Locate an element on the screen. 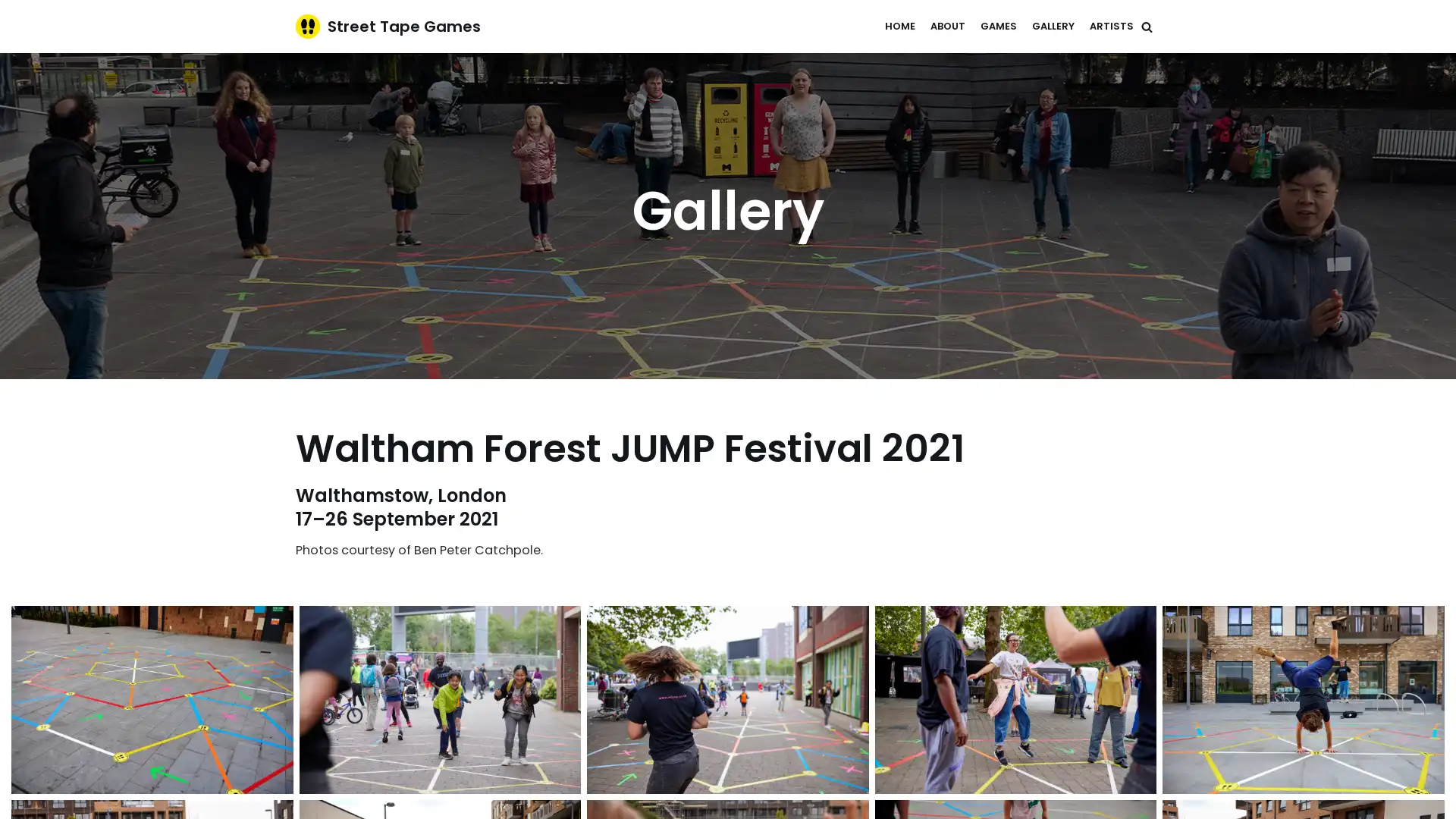  Search is located at coordinates (1147, 27).